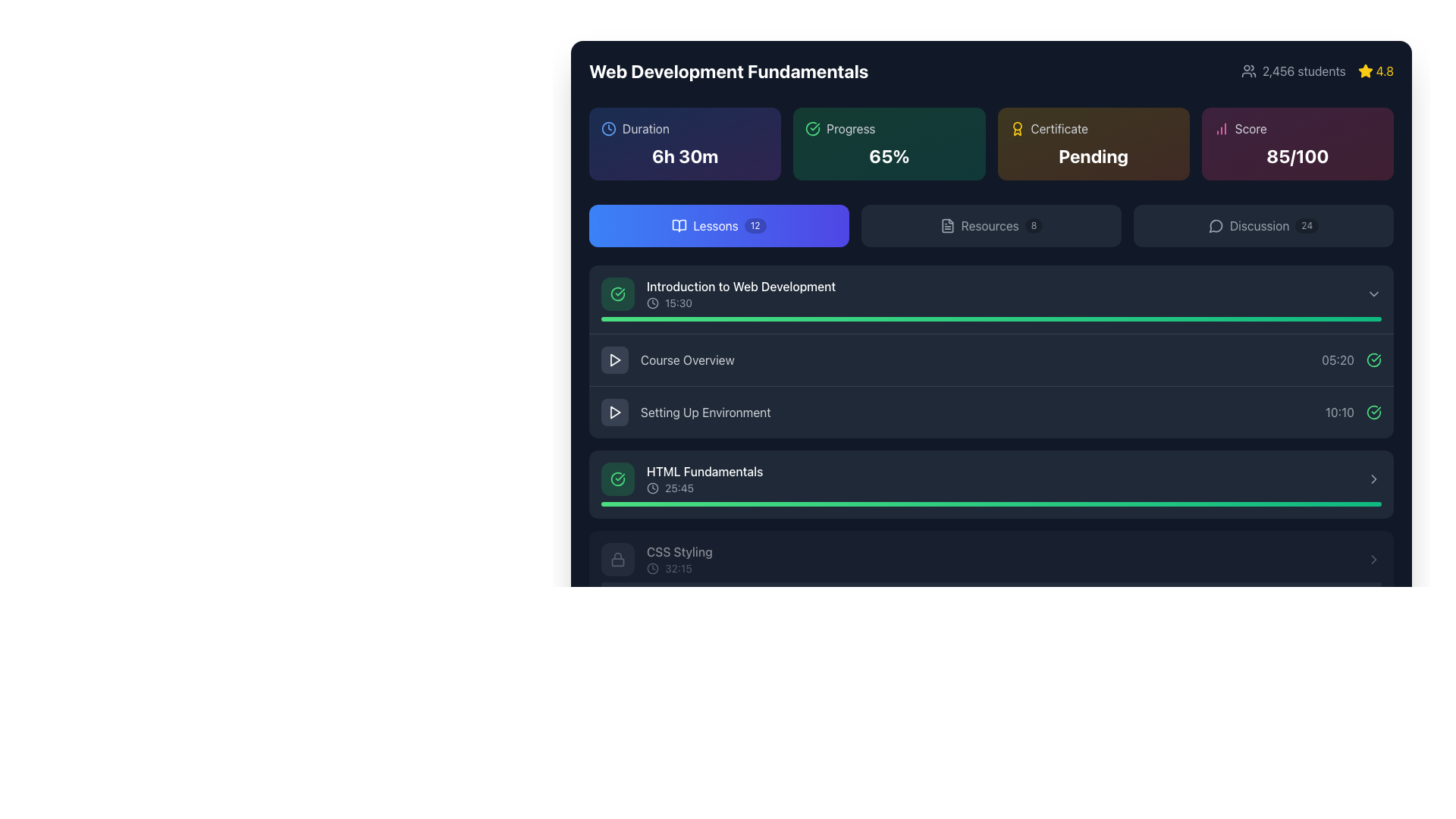 This screenshot has height=819, width=1456. Describe the element at coordinates (657, 559) in the screenshot. I see `the list item representing the course lesson titled 'CSS Styling' which has a time duration of '32:15' and a lock icon indicating restricted access` at that location.